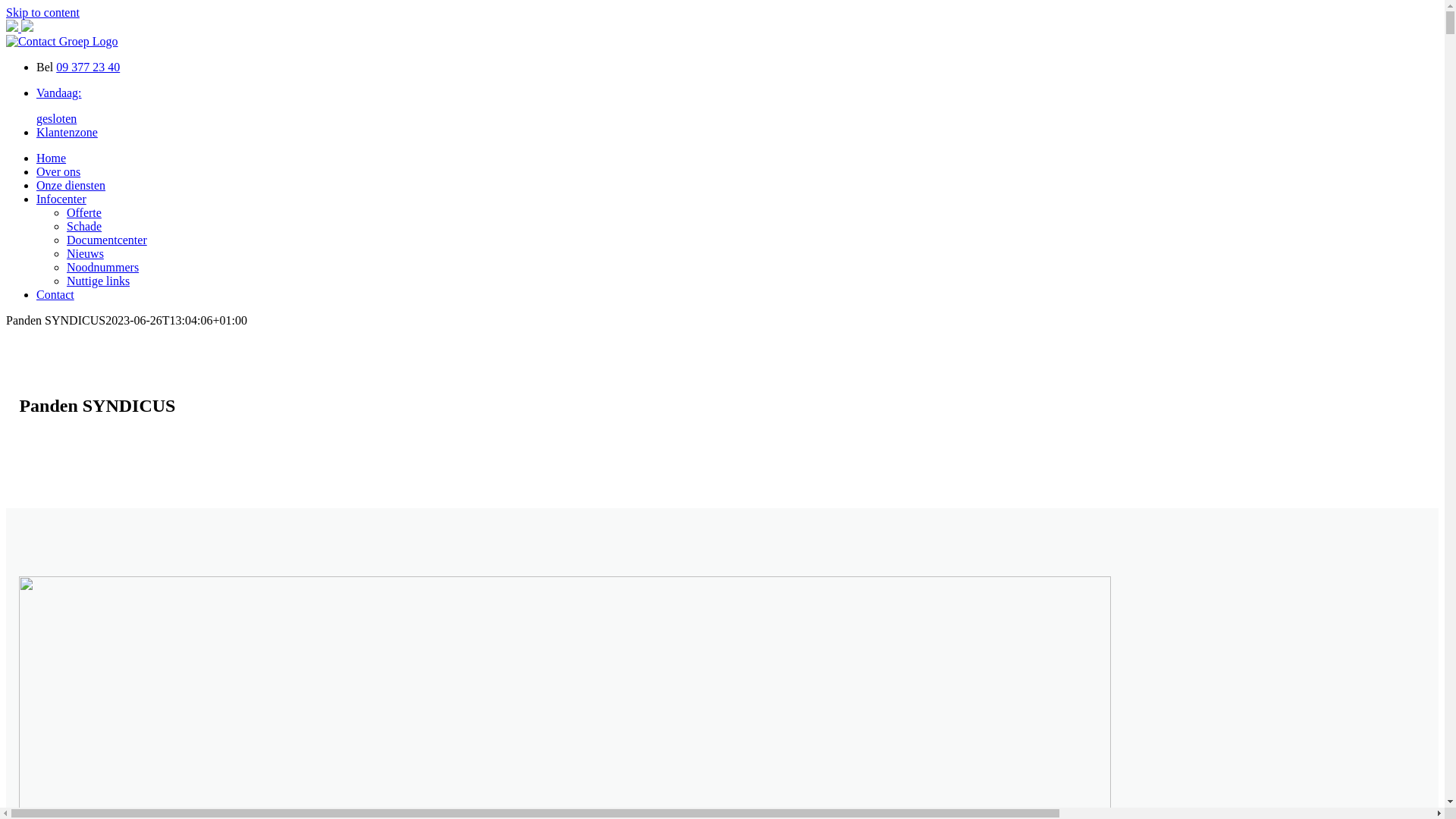  I want to click on 'Schade', so click(83, 226).